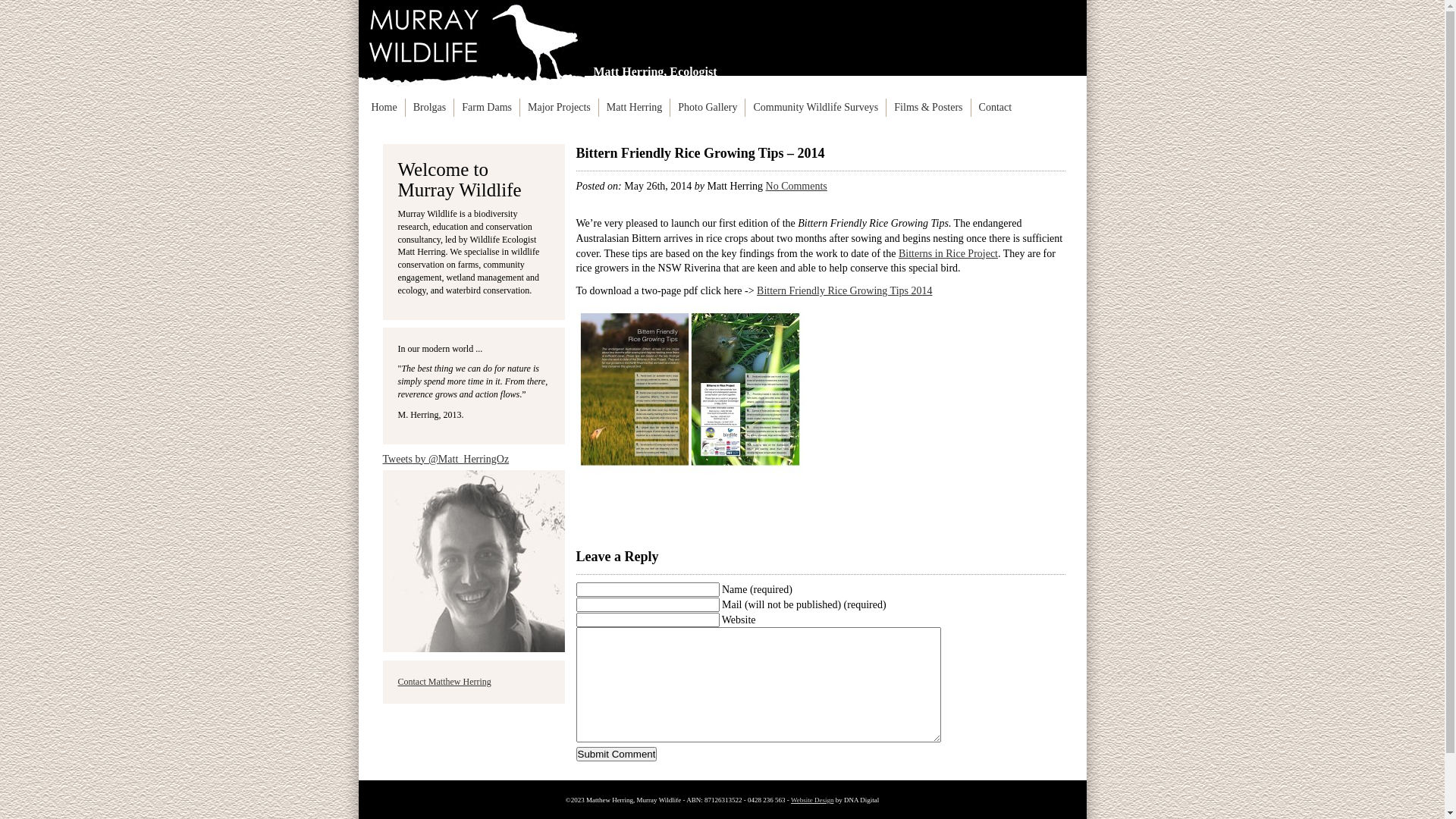 The image size is (1456, 819). I want to click on 'Films & Posters', so click(886, 107).